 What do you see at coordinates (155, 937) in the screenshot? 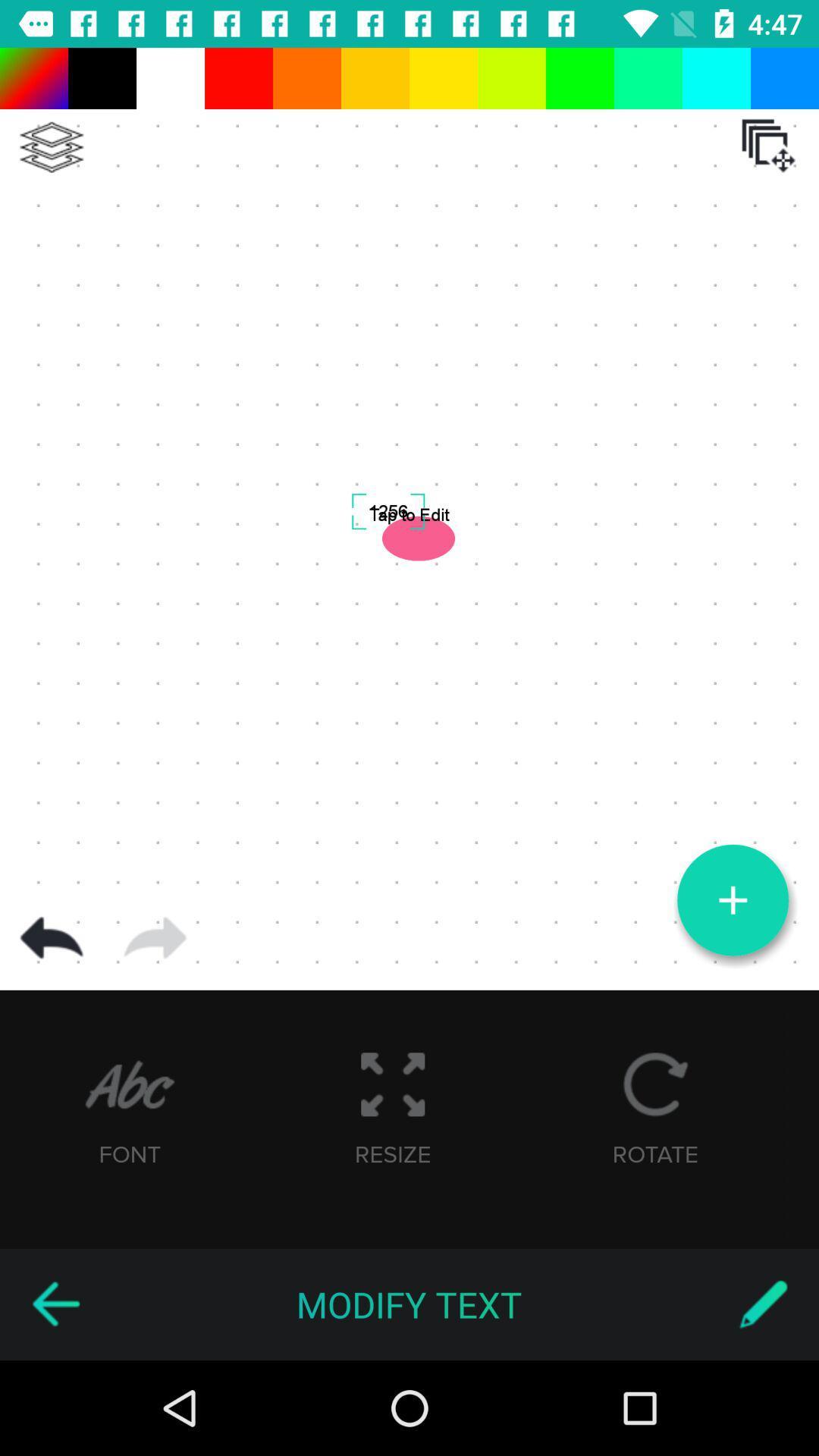
I see `next` at bounding box center [155, 937].